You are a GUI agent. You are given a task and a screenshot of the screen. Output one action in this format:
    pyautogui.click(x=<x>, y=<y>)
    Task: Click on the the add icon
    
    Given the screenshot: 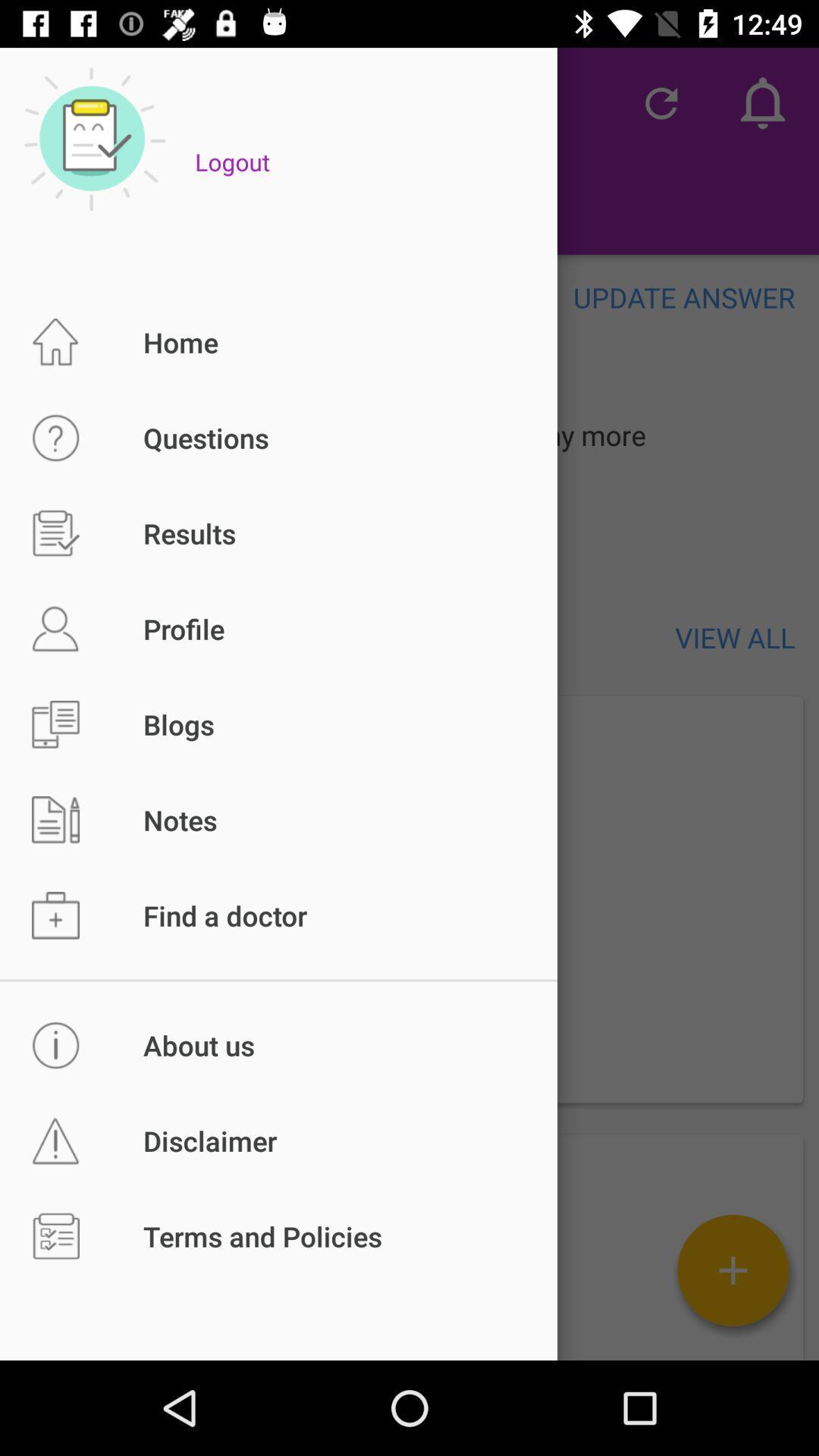 What is the action you would take?
    pyautogui.click(x=732, y=1270)
    